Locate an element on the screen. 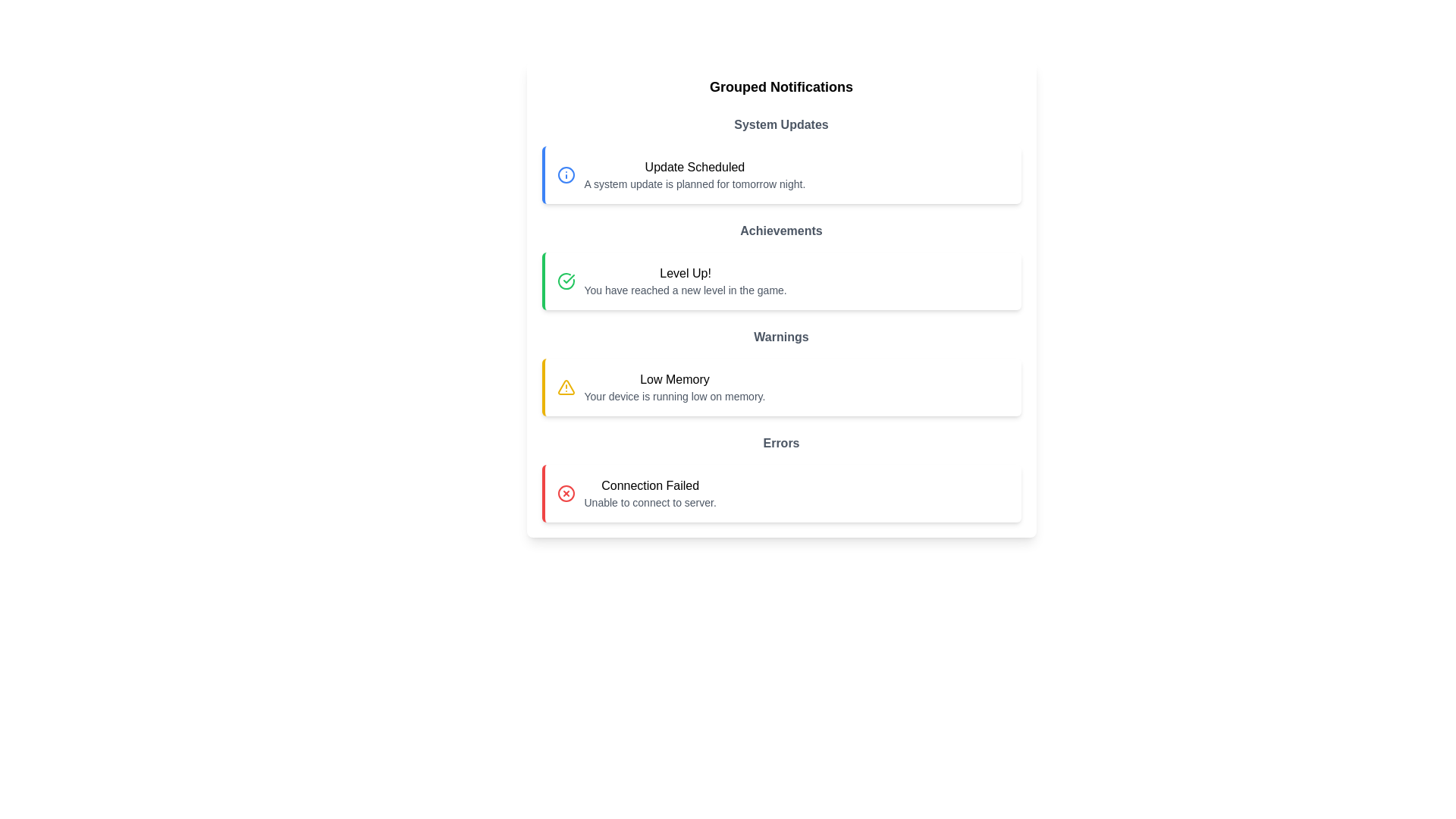  the Static Text element that provides details about the 'Level Up!' notification, located beneath the header text in the green-bordered 'Achievements' group is located at coordinates (685, 290).